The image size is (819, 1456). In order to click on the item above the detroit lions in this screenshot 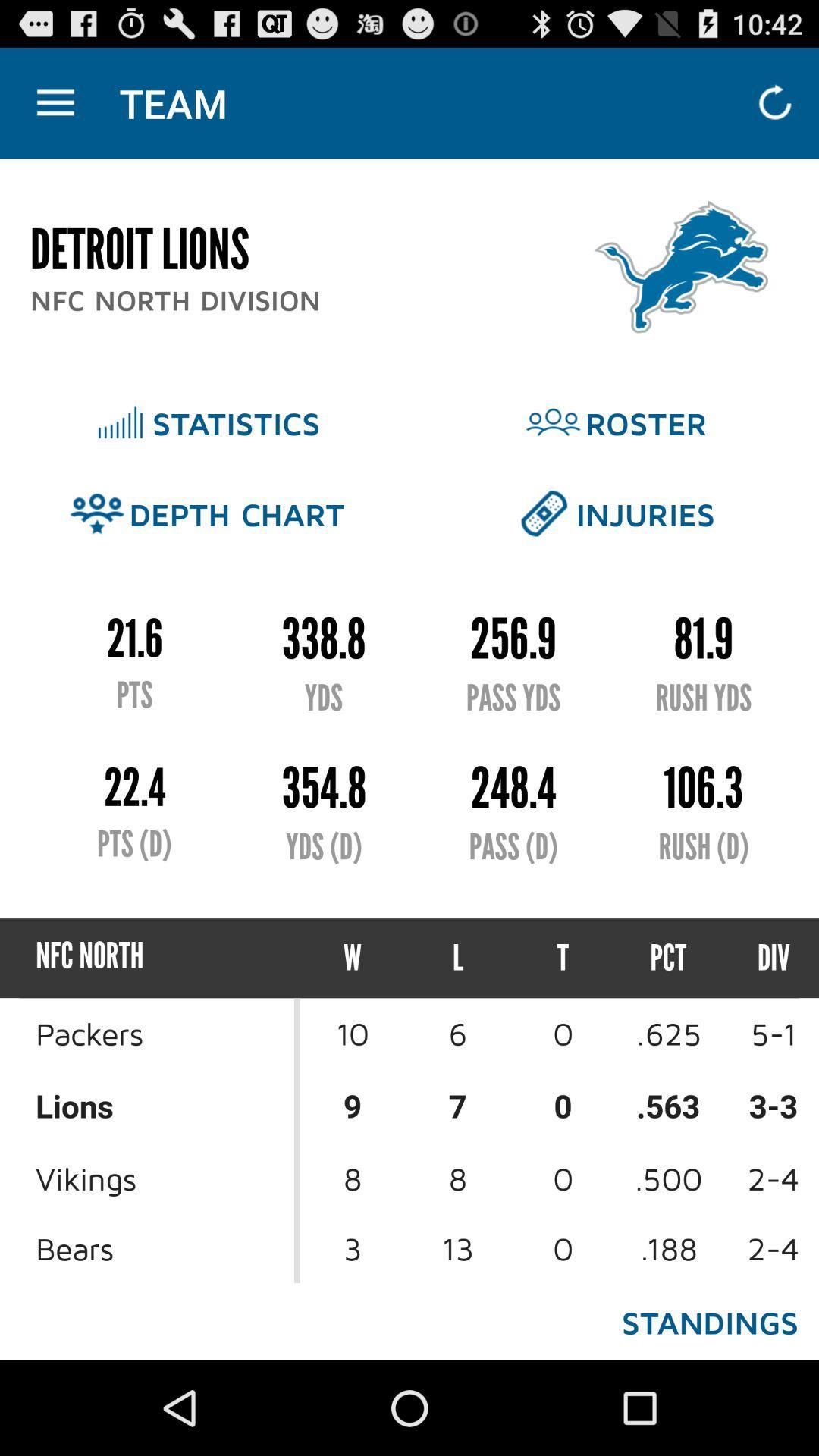, I will do `click(55, 102)`.